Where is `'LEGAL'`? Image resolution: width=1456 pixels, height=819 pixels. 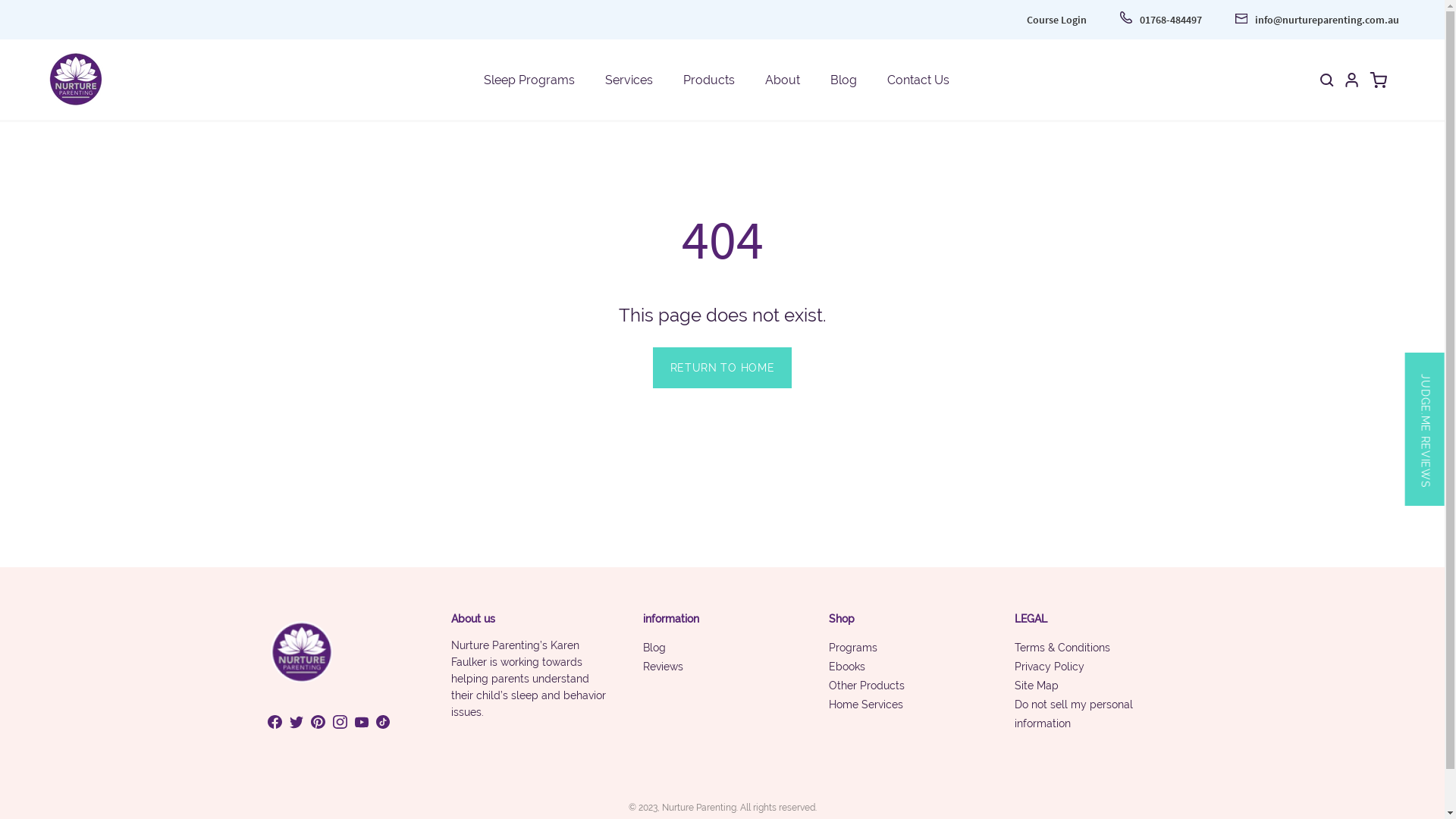
'LEGAL' is located at coordinates (1015, 620).